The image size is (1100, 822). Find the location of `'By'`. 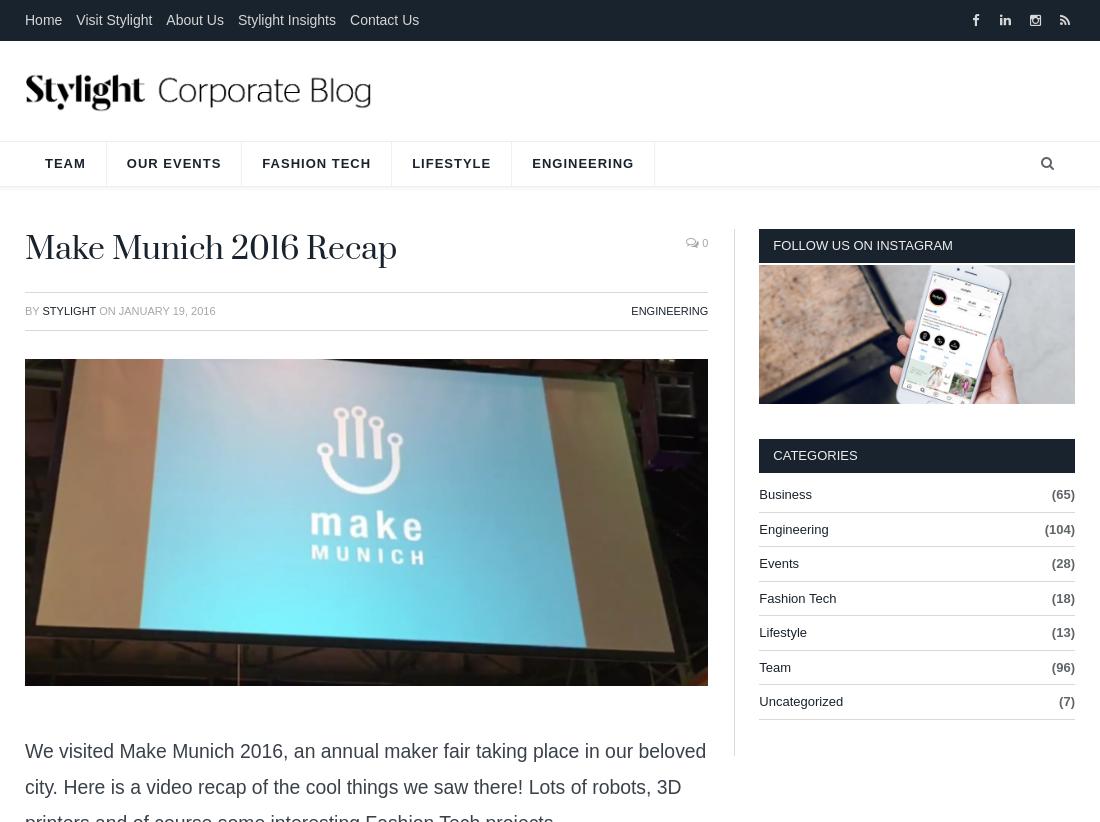

'By' is located at coordinates (32, 310).